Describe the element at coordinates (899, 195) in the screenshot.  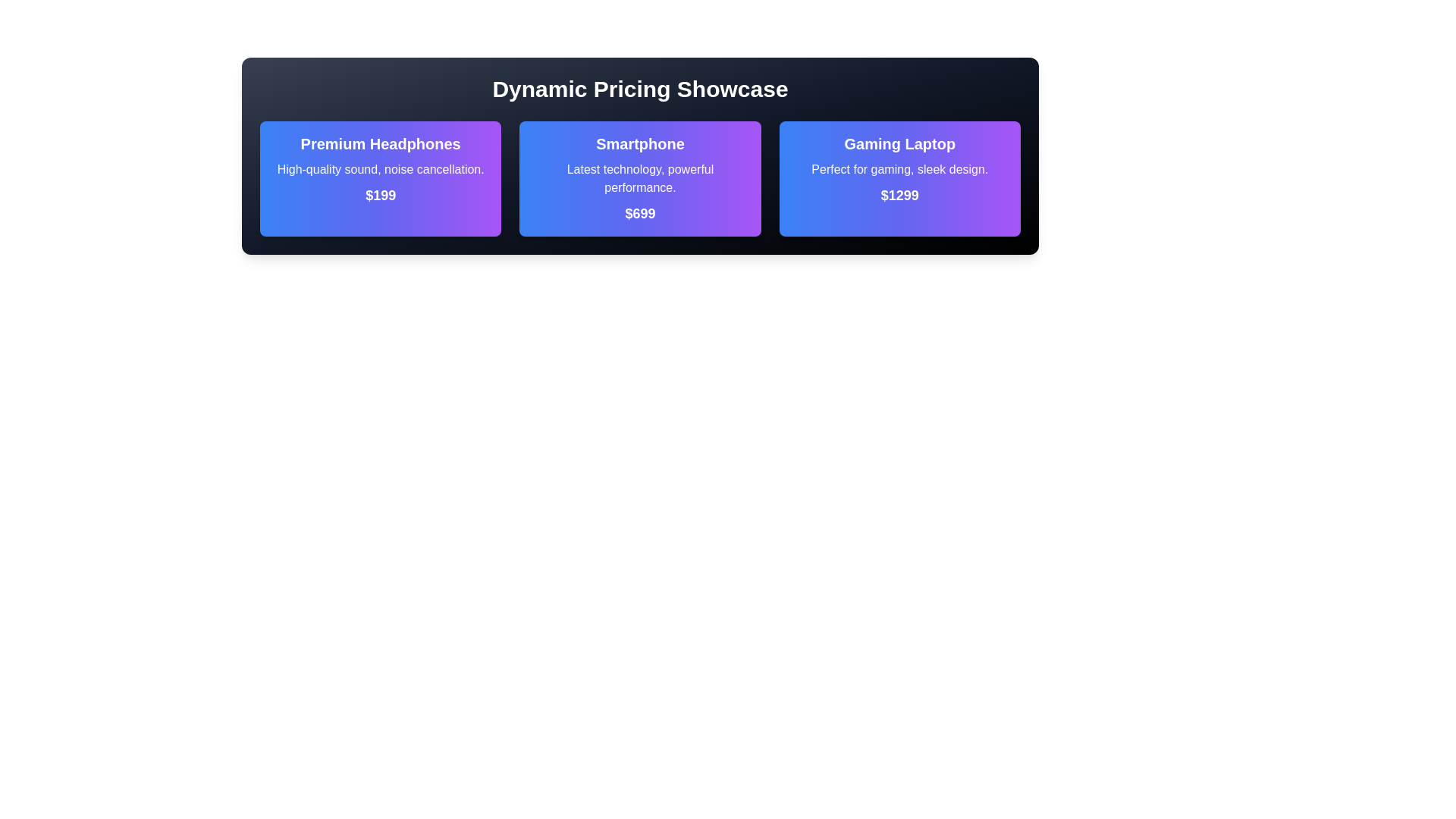
I see `price displayed as '$1299' in bold text located in the bottom-right section of the highlighted card titled 'Gaming Laptop'` at that location.